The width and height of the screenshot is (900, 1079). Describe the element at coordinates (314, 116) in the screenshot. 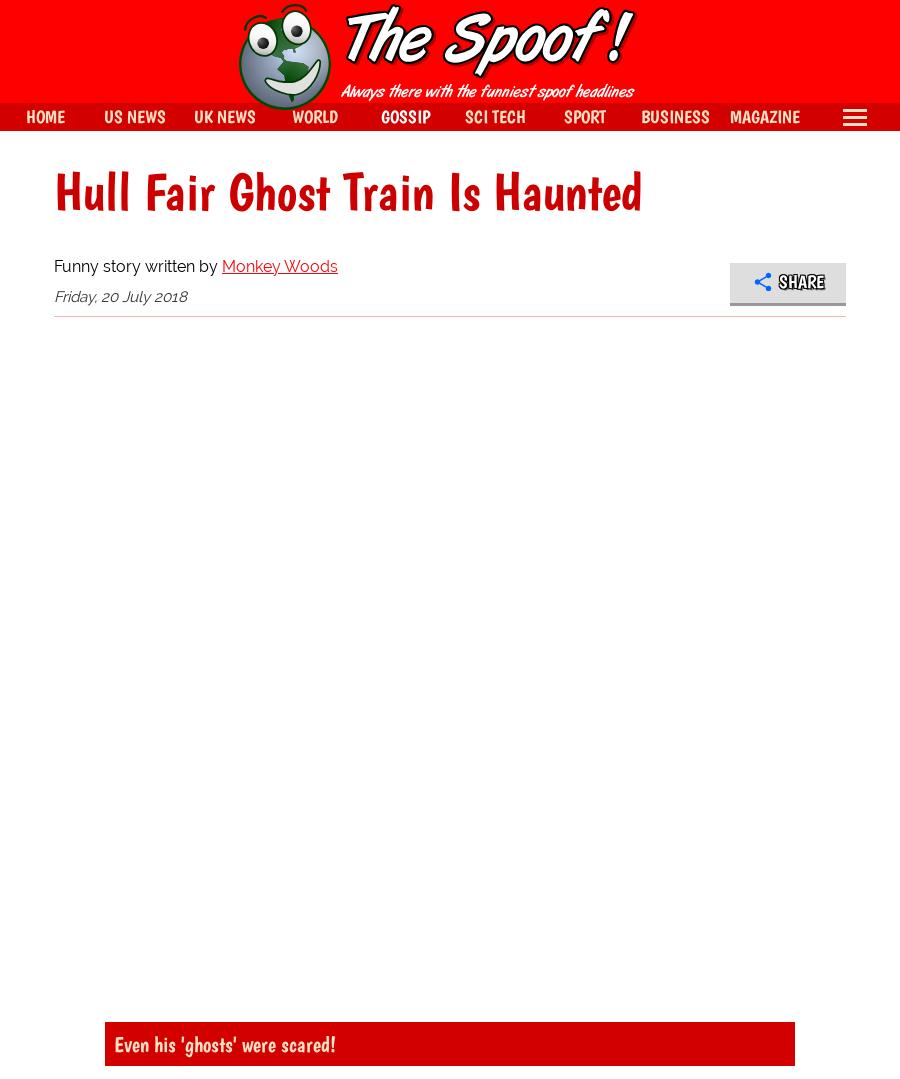

I see `'World'` at that location.